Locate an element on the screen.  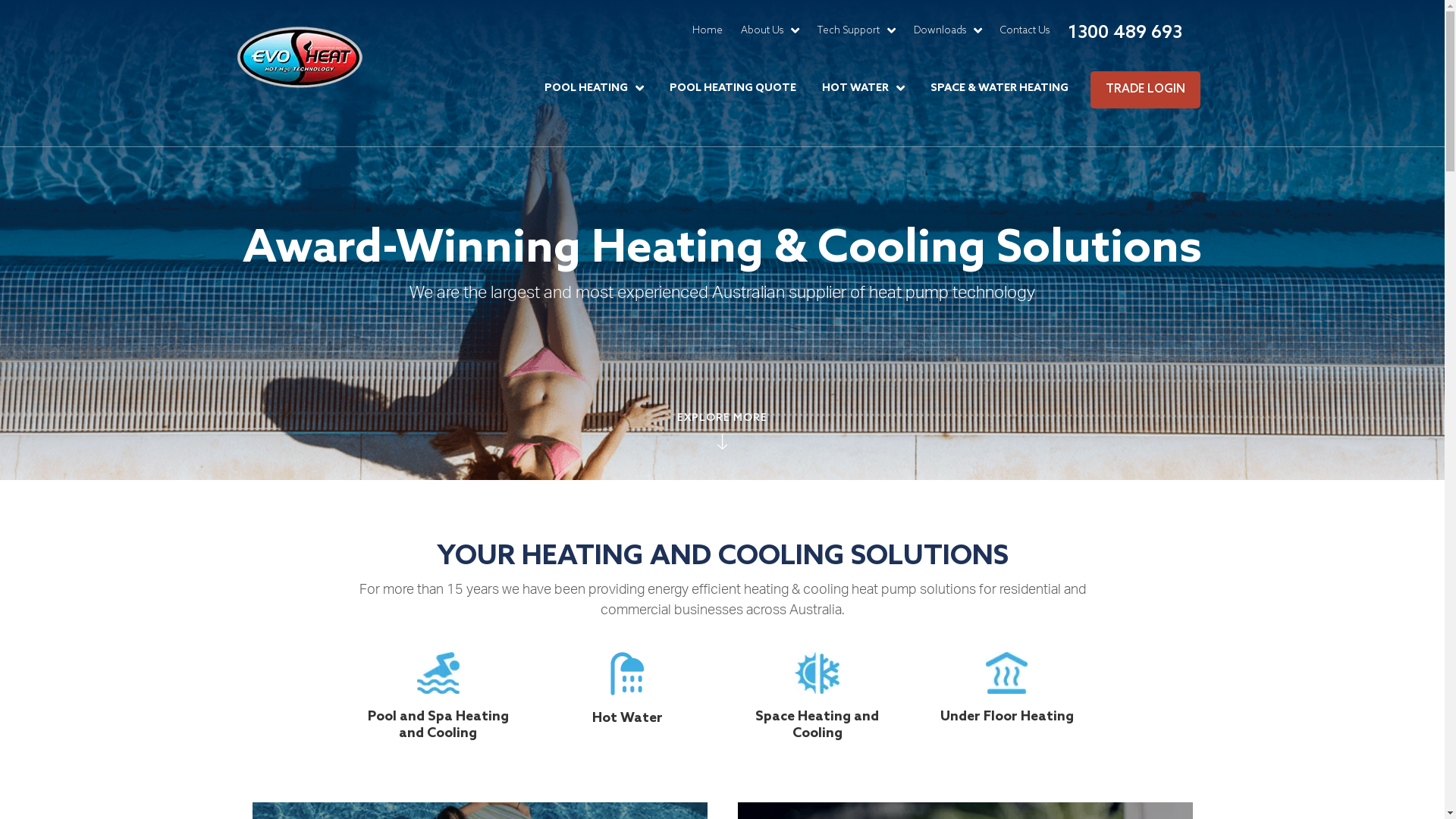
'Contact Us' is located at coordinates (1024, 30).